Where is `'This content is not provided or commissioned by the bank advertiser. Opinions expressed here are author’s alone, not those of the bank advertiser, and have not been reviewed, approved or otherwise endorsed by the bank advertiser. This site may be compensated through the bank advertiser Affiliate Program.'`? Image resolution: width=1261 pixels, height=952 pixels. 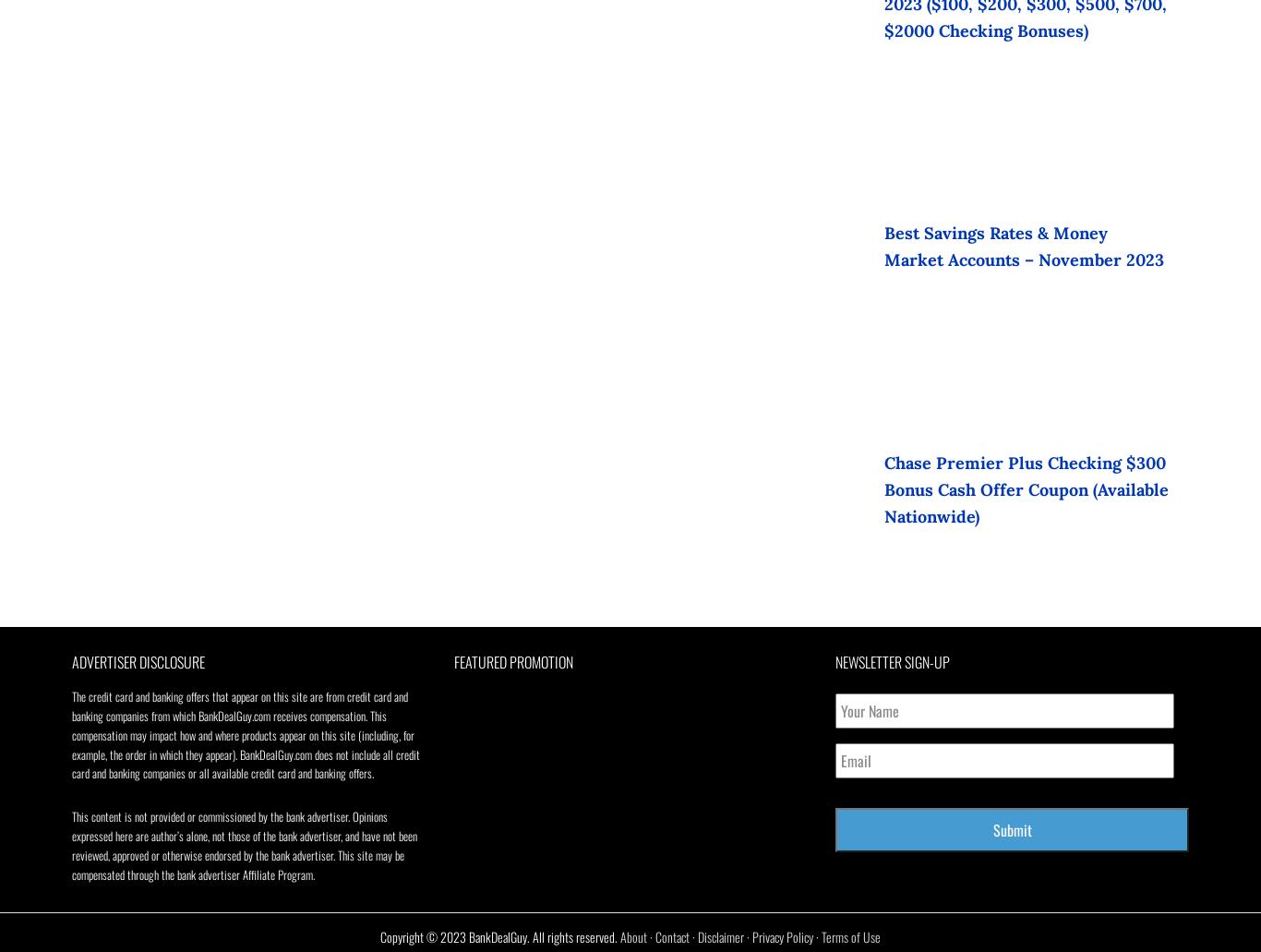
'This content is not provided or commissioned by the bank advertiser. Opinions expressed here are author’s alone, not those of the bank advertiser, and have not been reviewed, approved or otherwise endorsed by the bank advertiser. This site may be compensated through the bank advertiser Affiliate Program.' is located at coordinates (245, 845).